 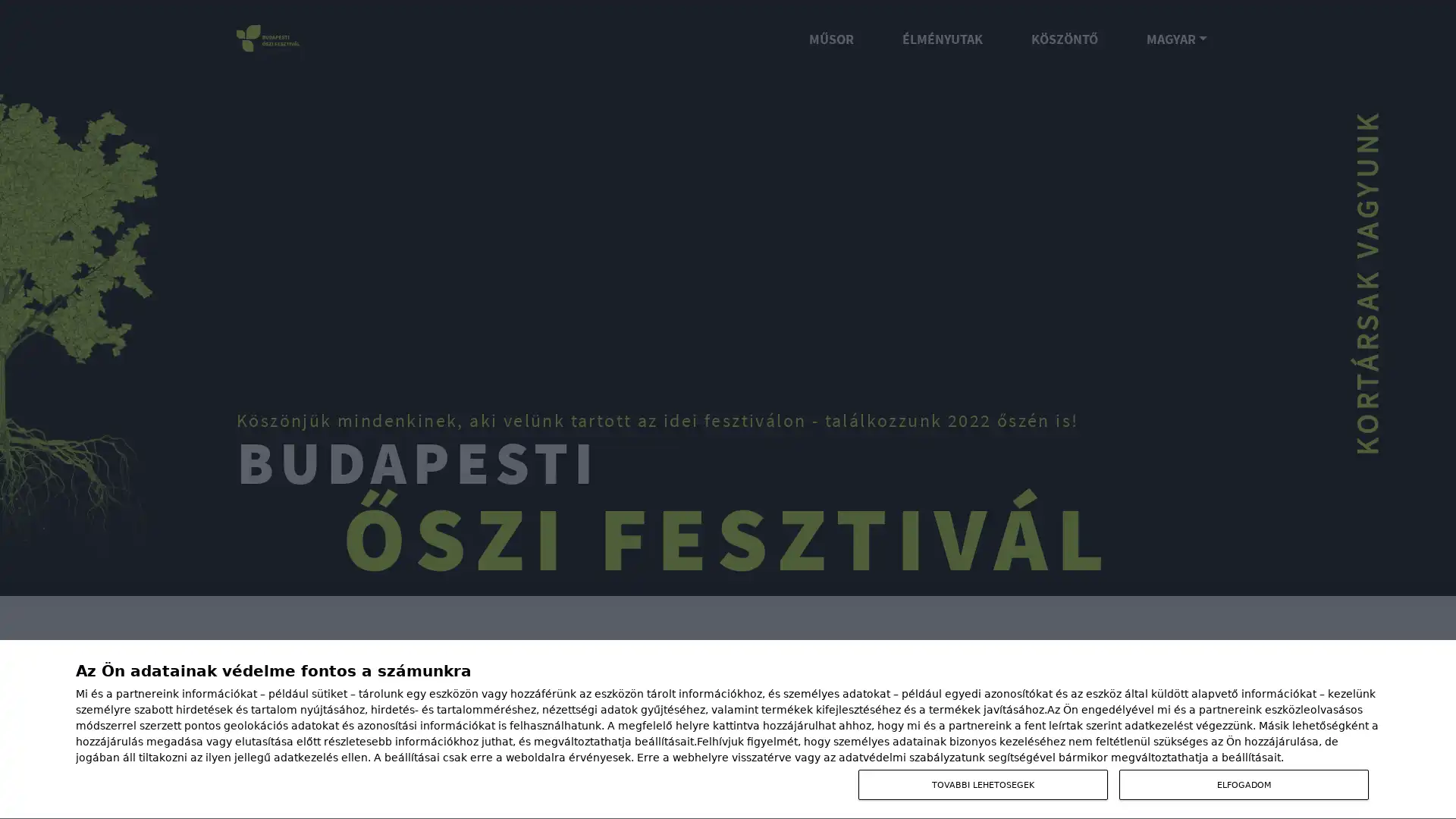 What do you see at coordinates (983, 784) in the screenshot?
I see `TOVABBI LEHETOSEGEK` at bounding box center [983, 784].